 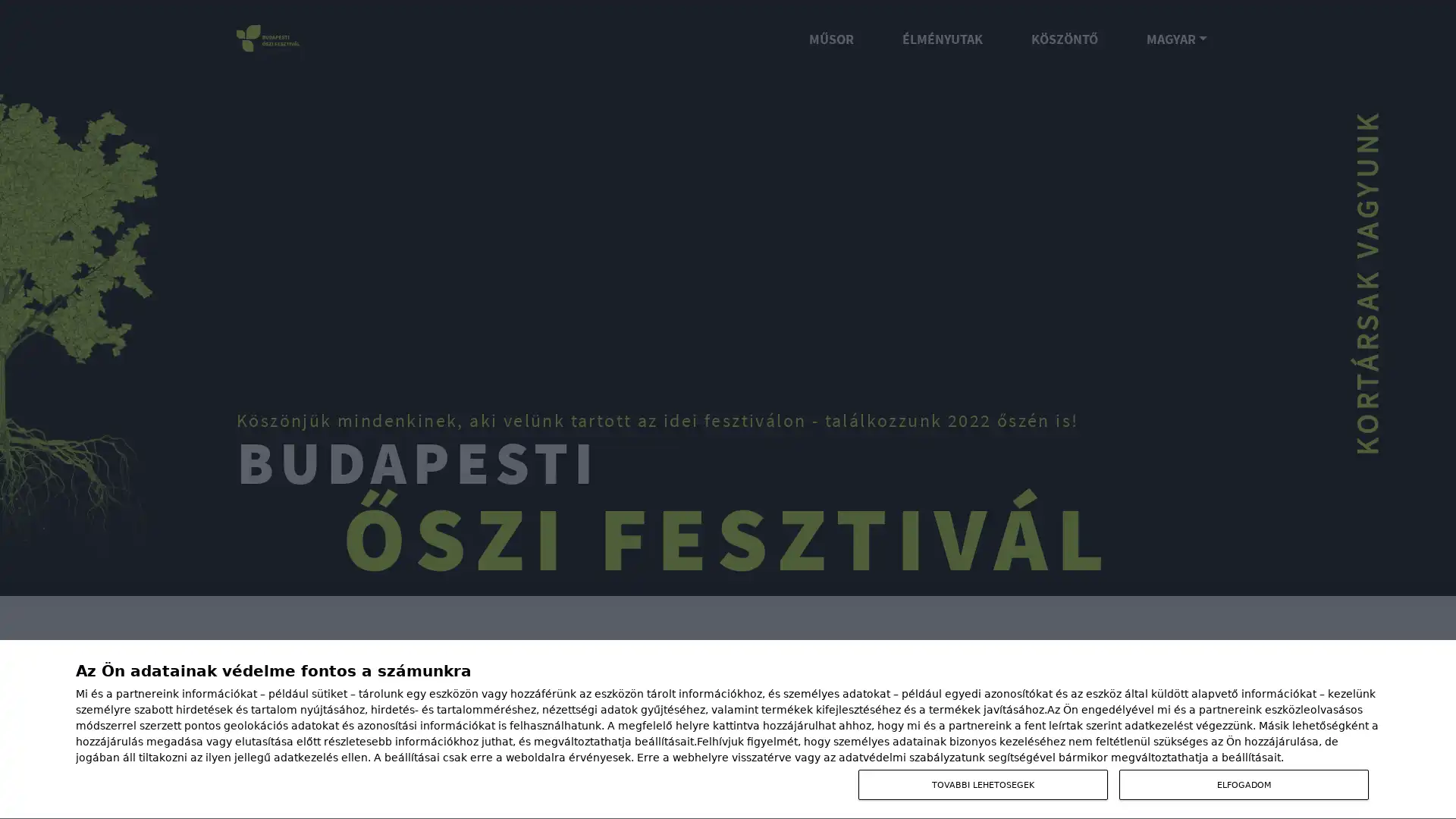 What do you see at coordinates (983, 784) in the screenshot?
I see `TOVABBI LEHETOSEGEK` at bounding box center [983, 784].